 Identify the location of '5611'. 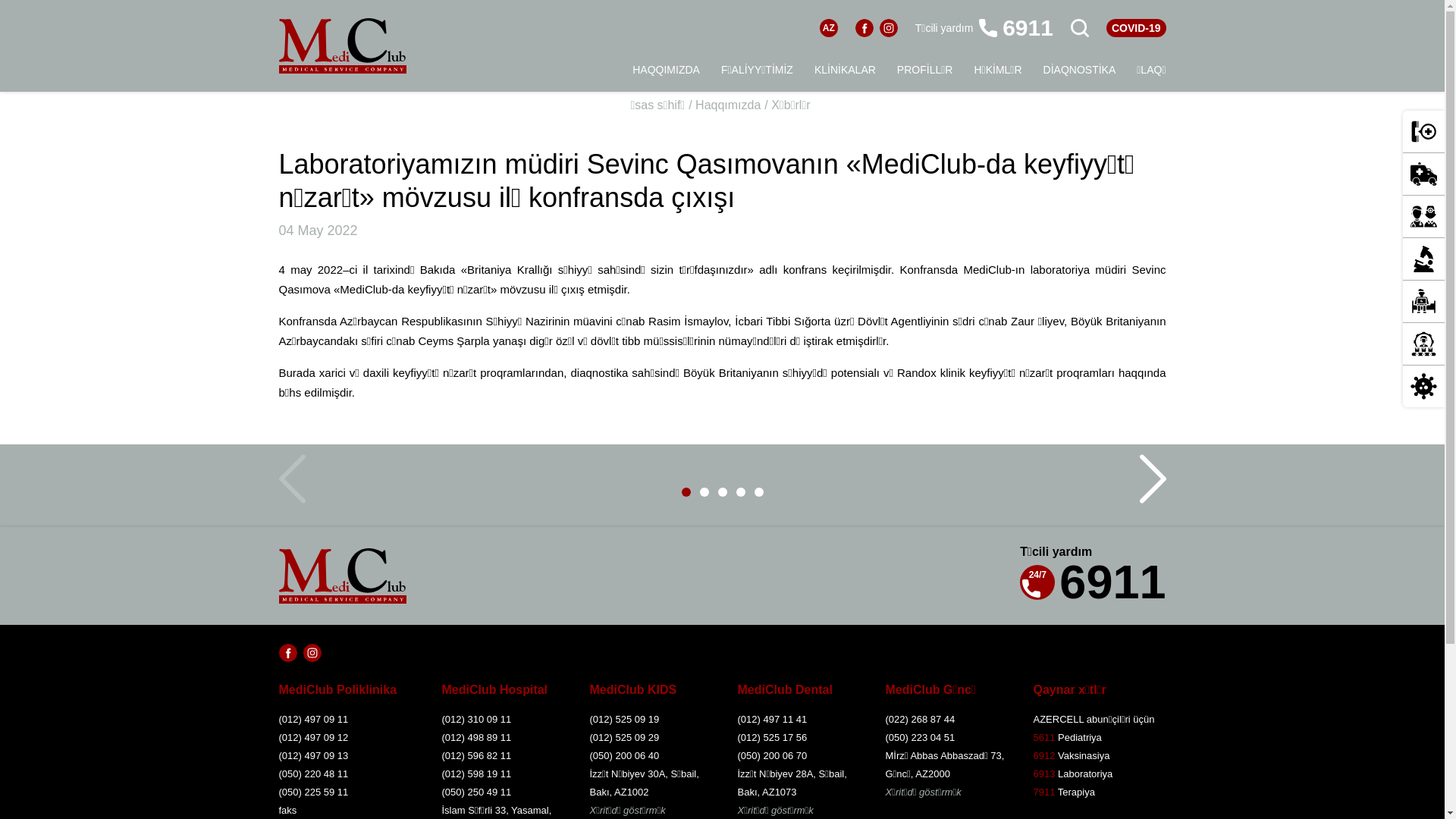
(1032, 736).